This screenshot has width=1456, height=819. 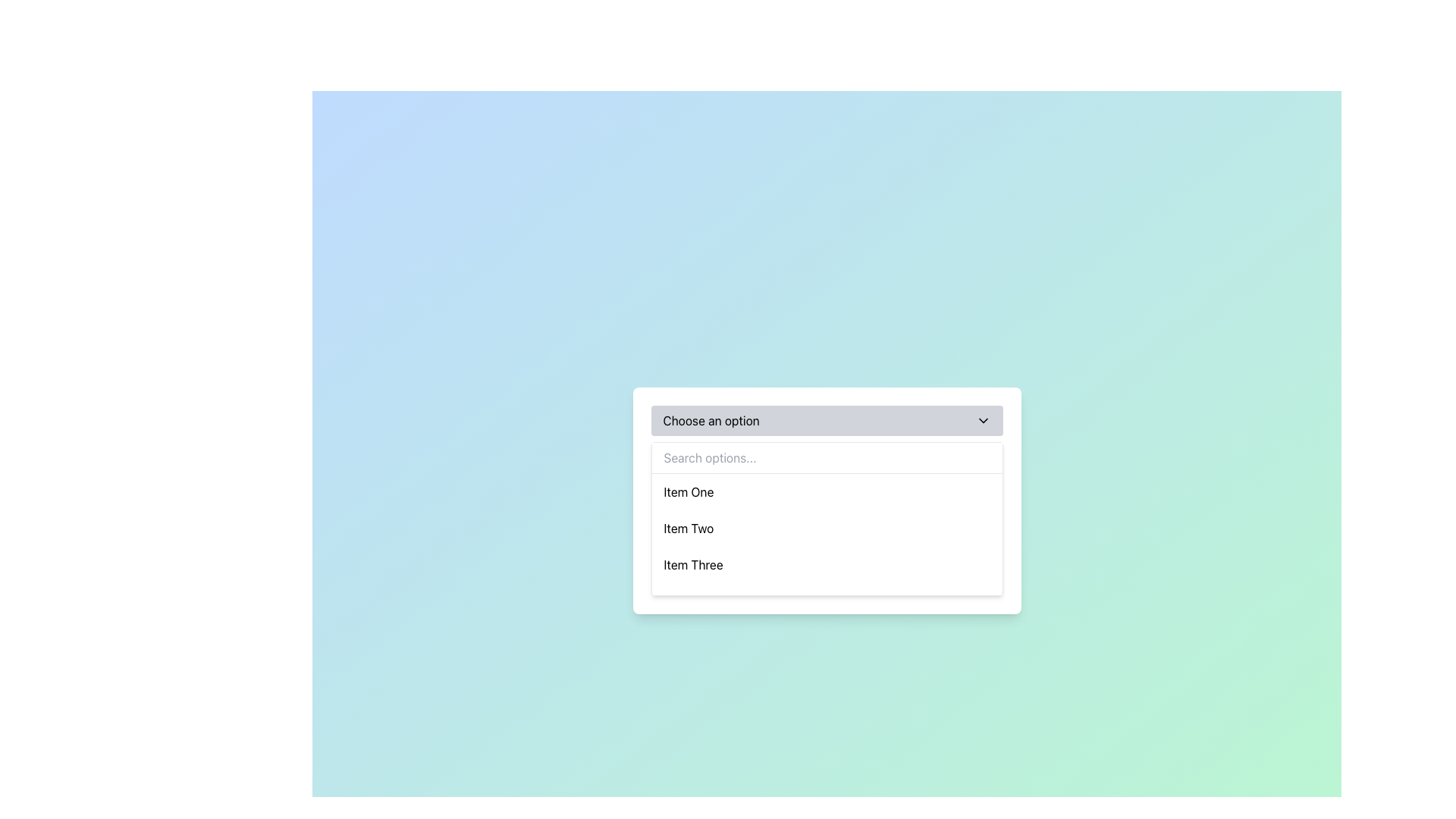 I want to click on the dropdown list item labeled 'Item Three' which is the third item in the dropdown menu located under 'Choose an option.', so click(x=826, y=564).